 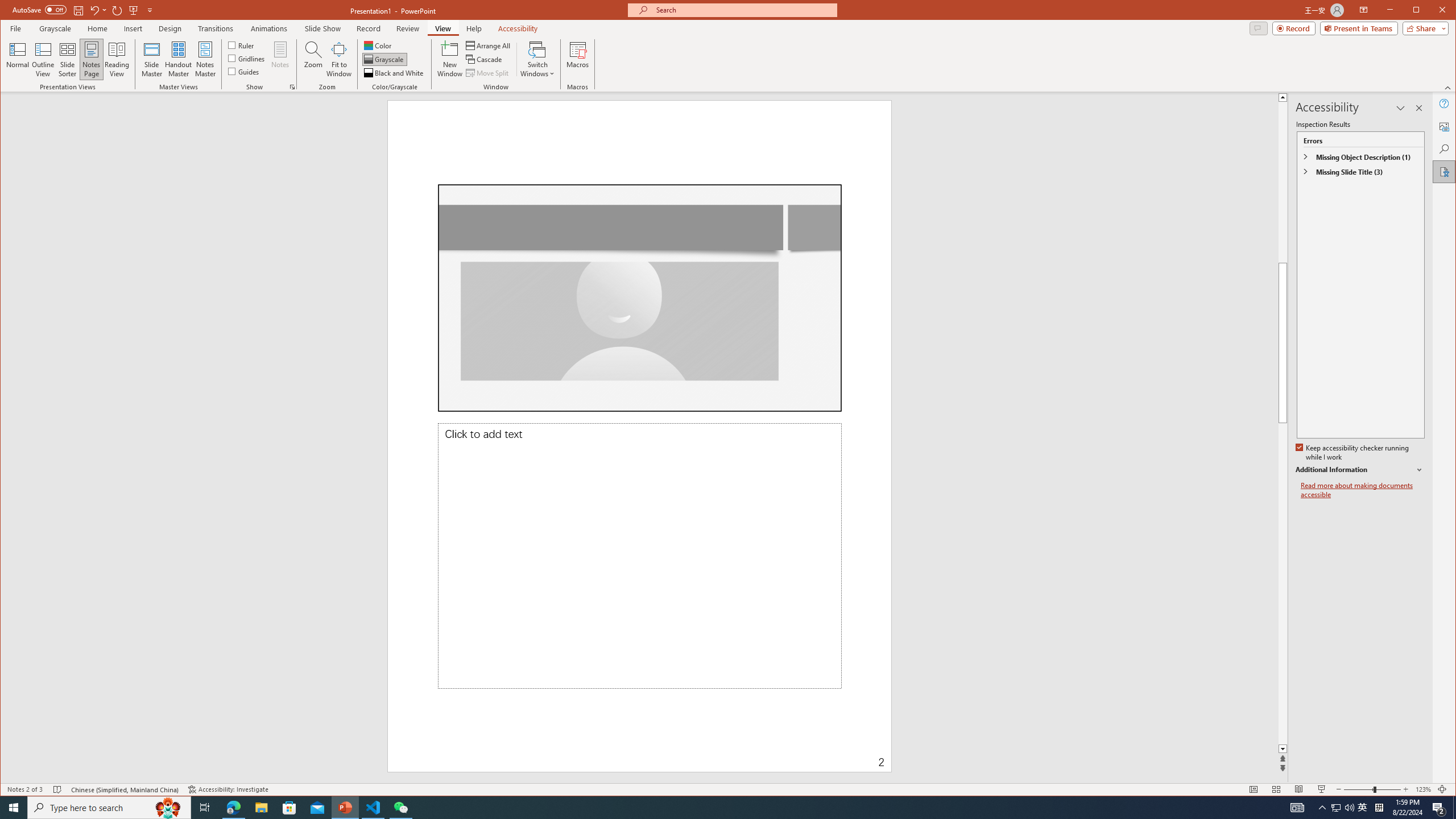 What do you see at coordinates (401, 806) in the screenshot?
I see `'WeChat - 1 running window'` at bounding box center [401, 806].